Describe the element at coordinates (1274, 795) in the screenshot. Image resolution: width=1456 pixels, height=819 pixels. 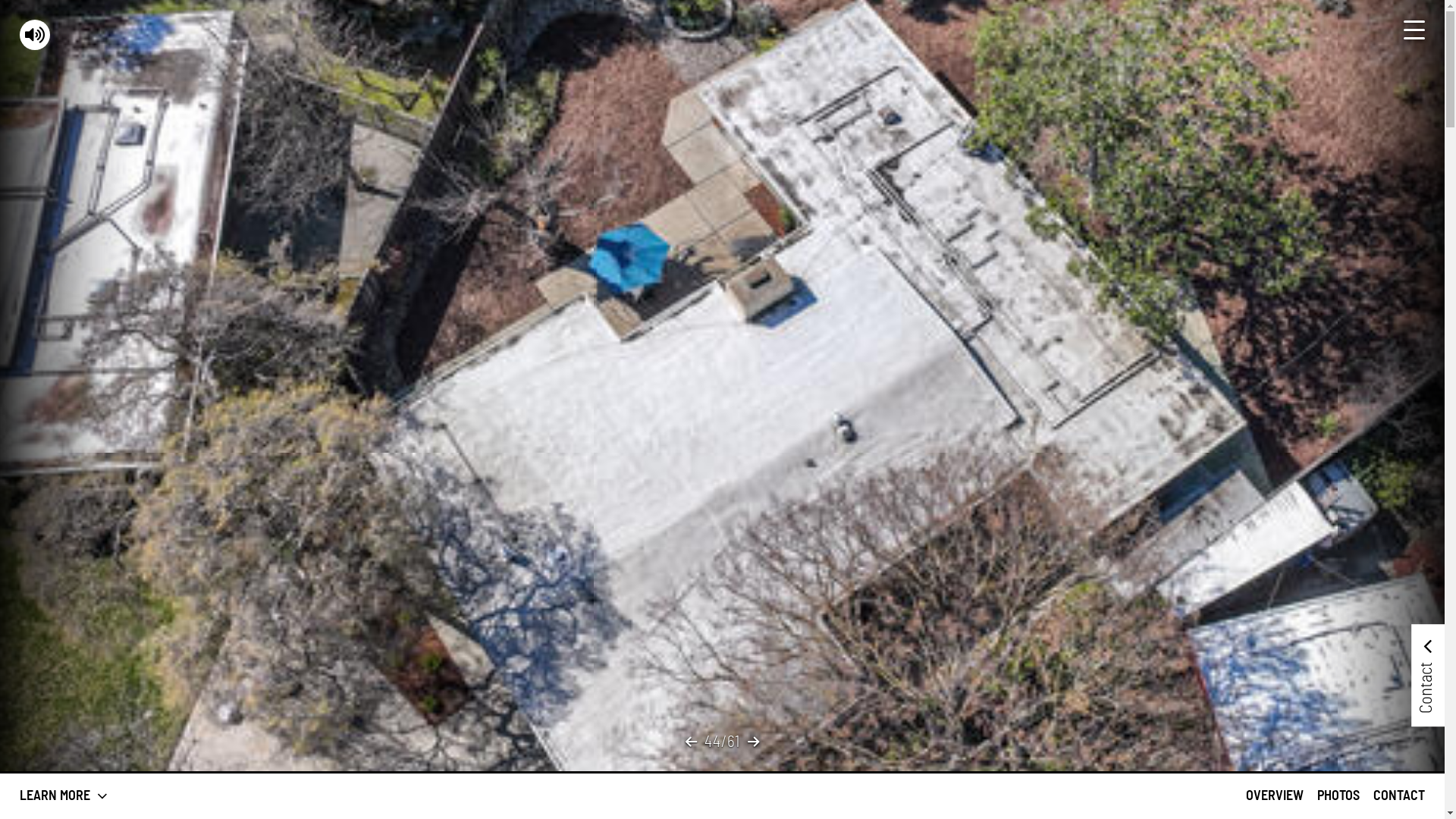
I see `'OVERVIEW'` at that location.